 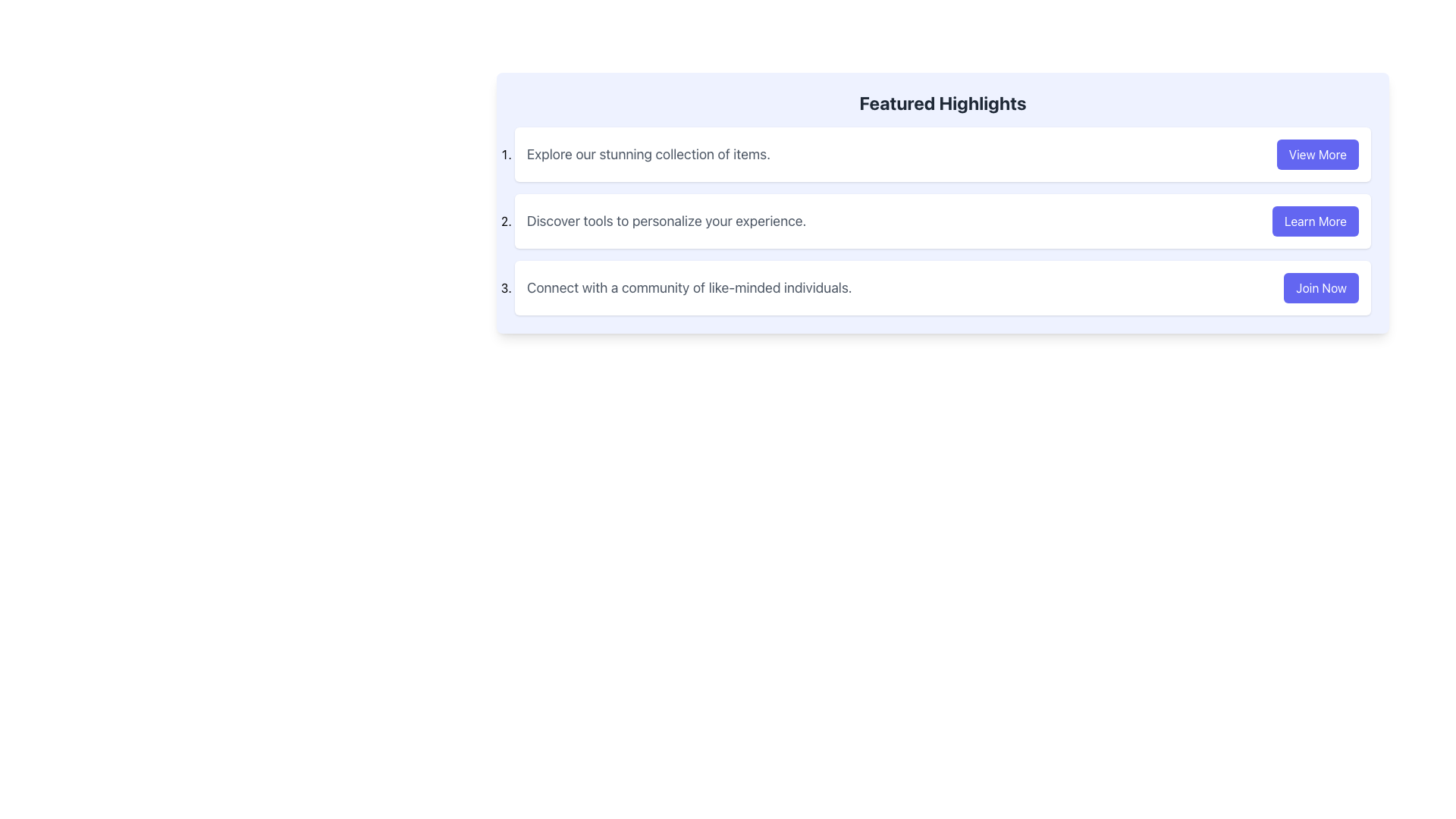 I want to click on the 'Learn More' button, which is a rectangular element with rounded corners, a purple background, and white text, positioned to the right of the description 'Discover tools to personalize your experience.', so click(x=1314, y=221).